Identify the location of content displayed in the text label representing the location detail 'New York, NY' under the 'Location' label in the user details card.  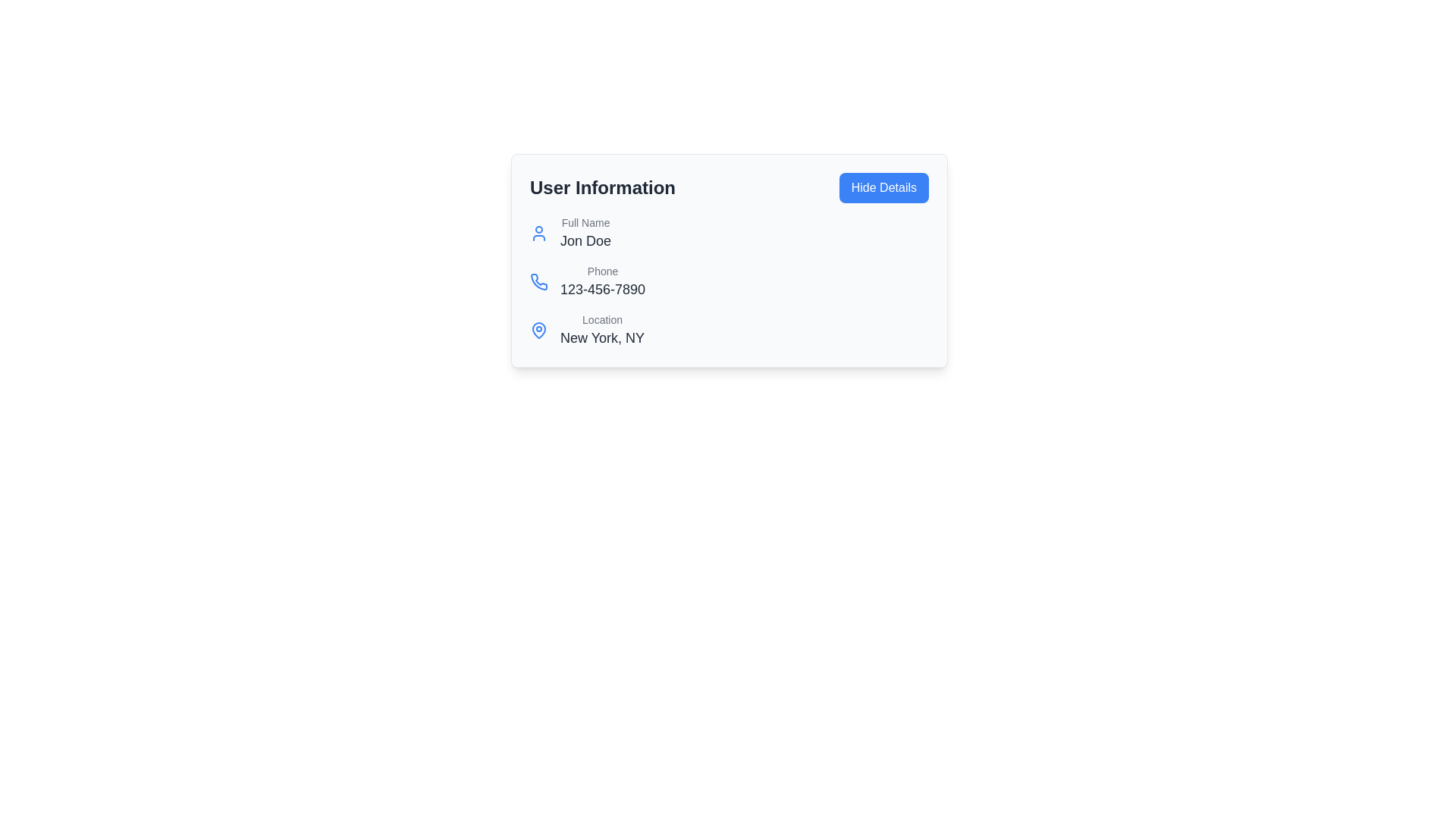
(601, 337).